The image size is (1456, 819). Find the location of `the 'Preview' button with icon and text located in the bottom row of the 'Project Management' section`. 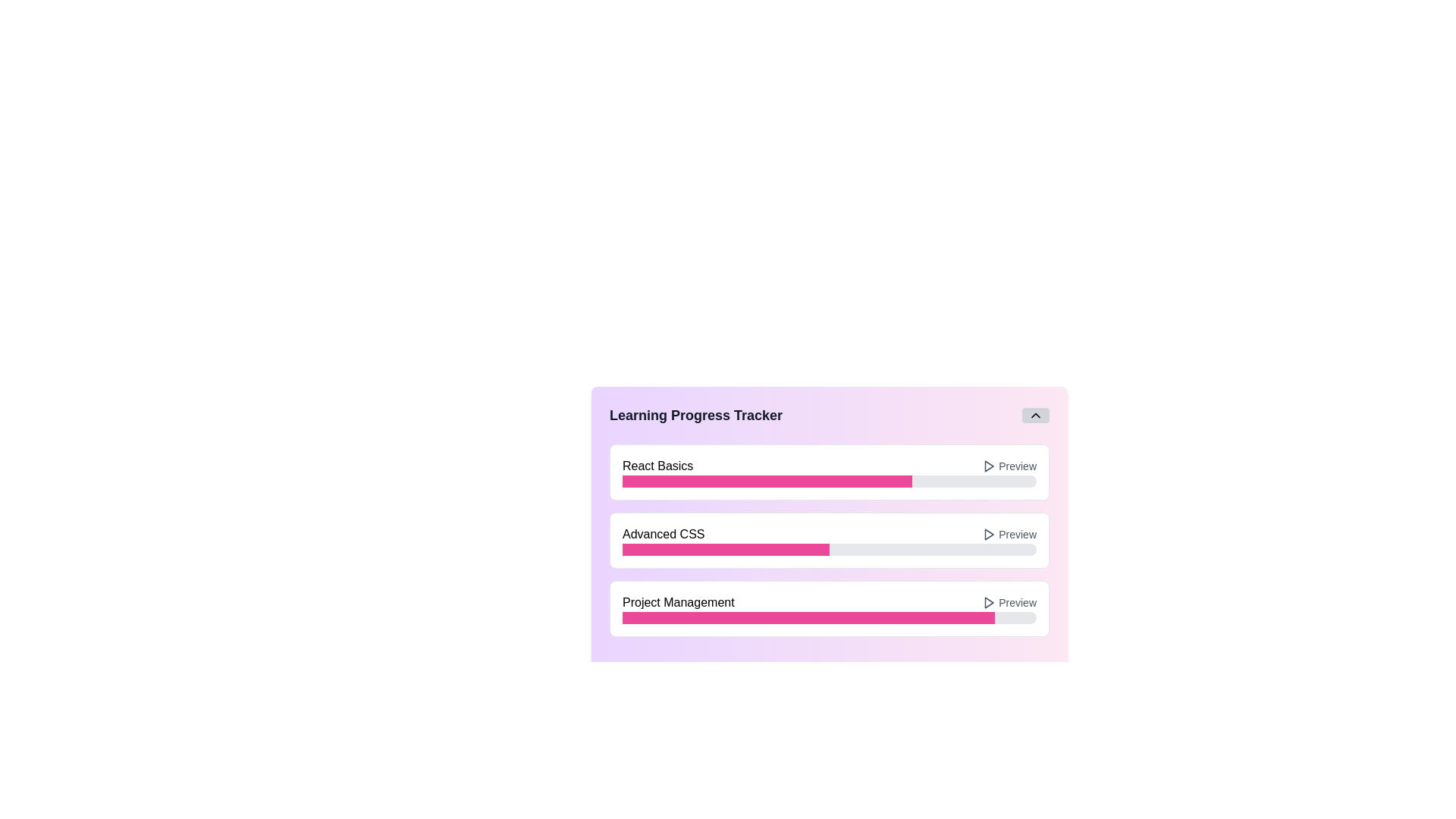

the 'Preview' button with icon and text located in the bottom row of the 'Project Management' section is located at coordinates (1009, 601).